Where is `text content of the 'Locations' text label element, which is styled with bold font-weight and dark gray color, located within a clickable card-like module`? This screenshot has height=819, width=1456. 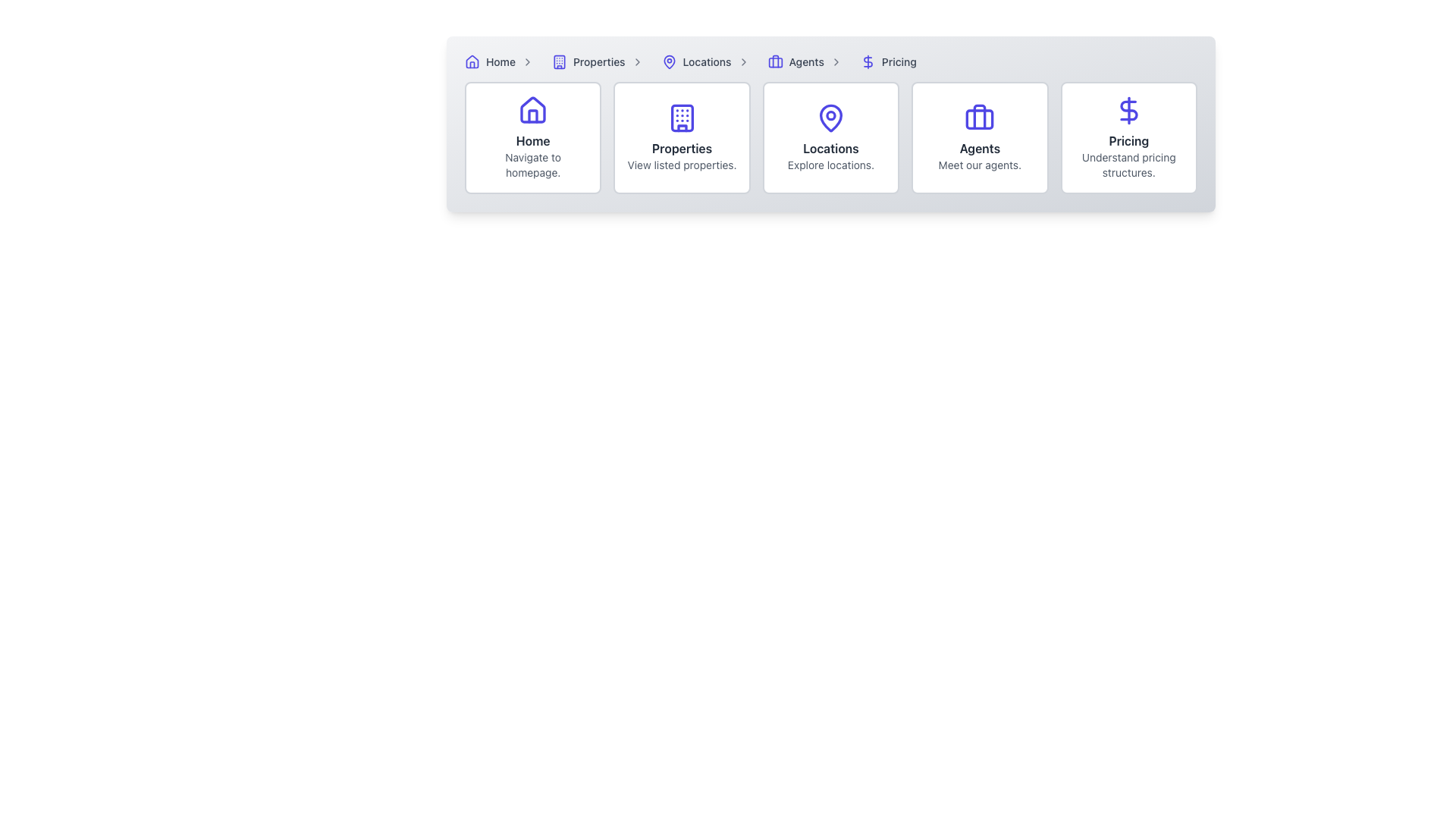 text content of the 'Locations' text label element, which is styled with bold font-weight and dark gray color, located within a clickable card-like module is located at coordinates (830, 149).